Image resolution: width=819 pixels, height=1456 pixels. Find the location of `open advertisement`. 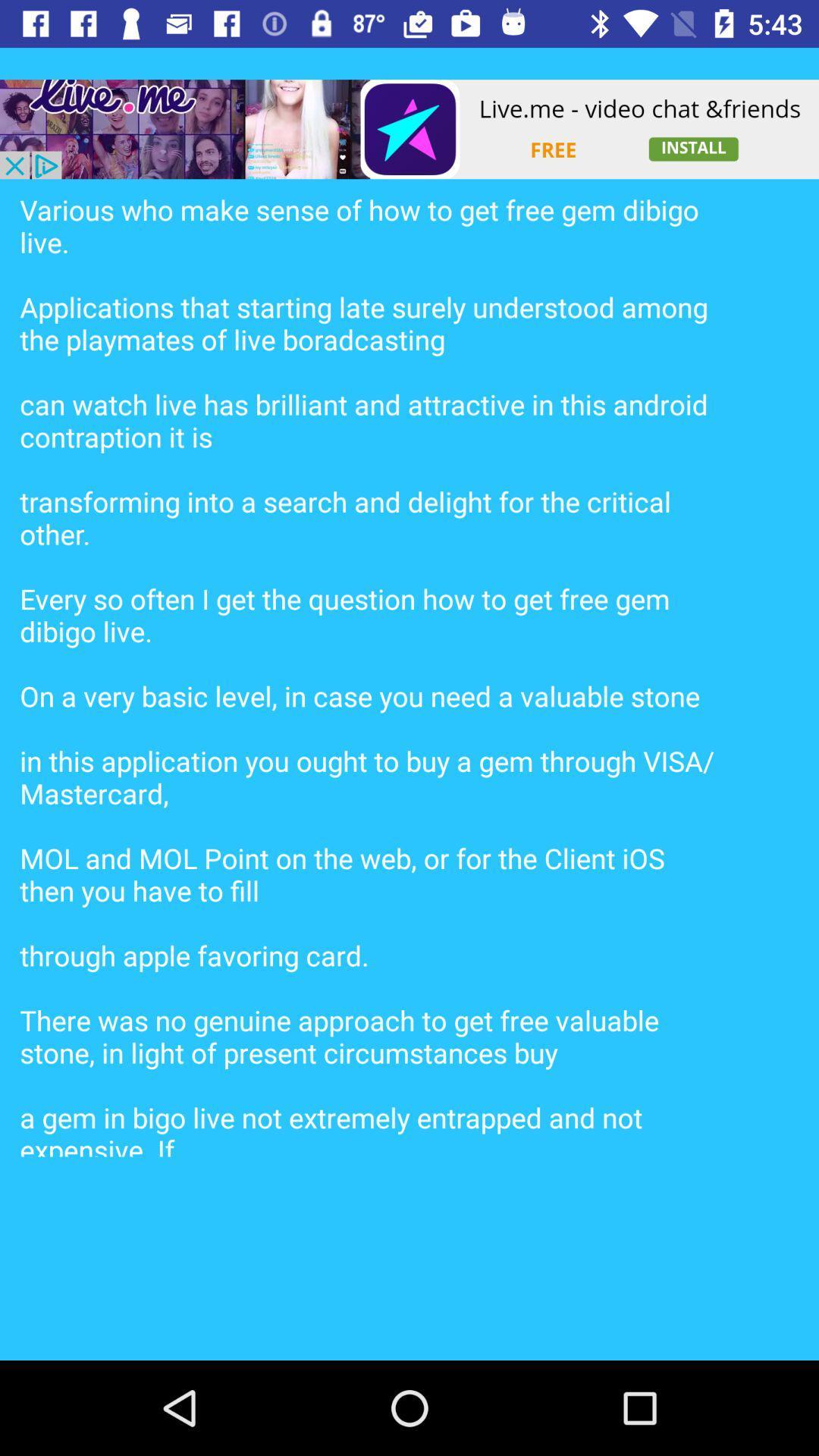

open advertisement is located at coordinates (409, 129).